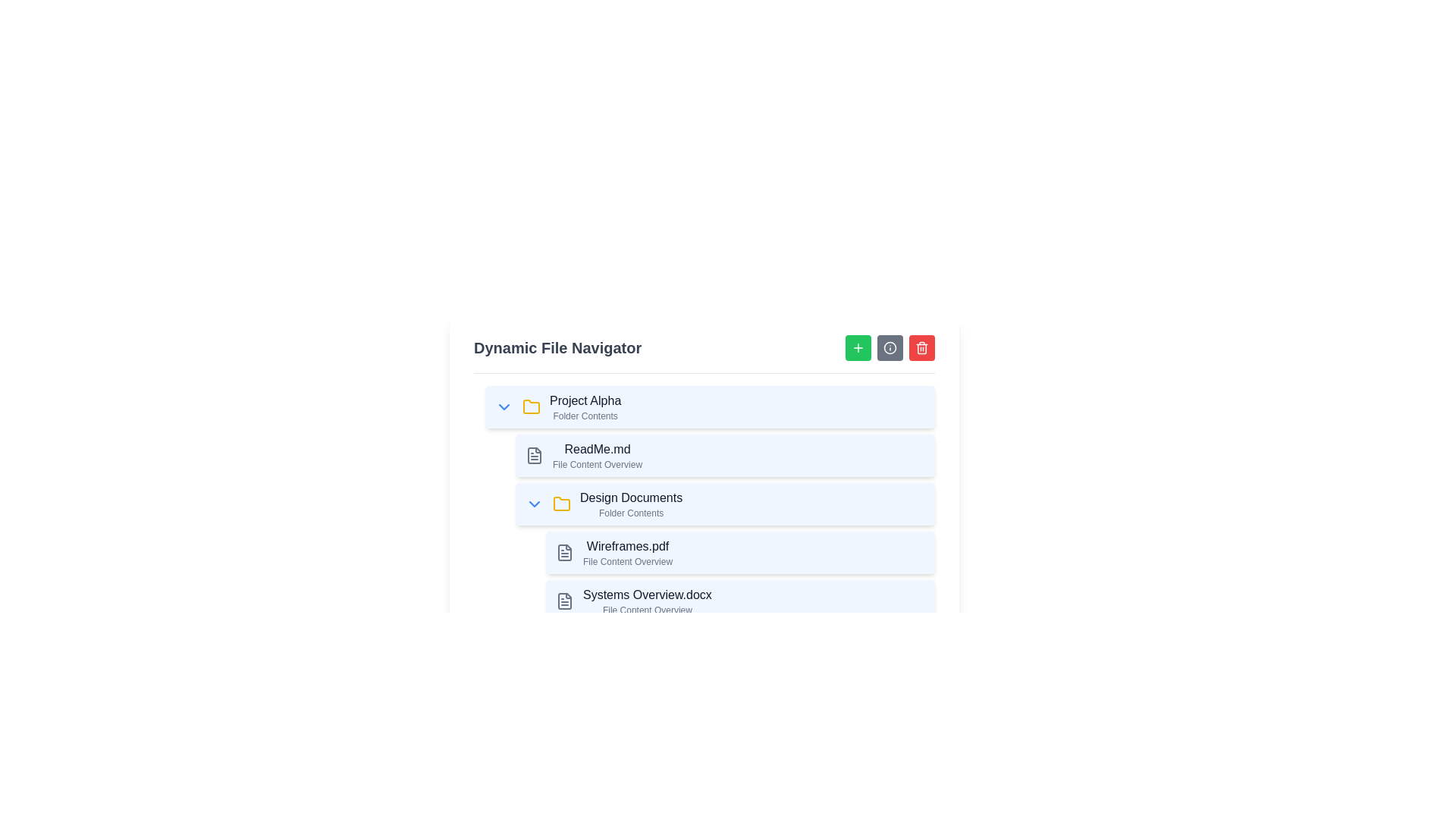  What do you see at coordinates (921, 348) in the screenshot?
I see `the delete button located at the far right of a horizontal button group, which includes a green add button on the left and a gray information button in the middle` at bounding box center [921, 348].